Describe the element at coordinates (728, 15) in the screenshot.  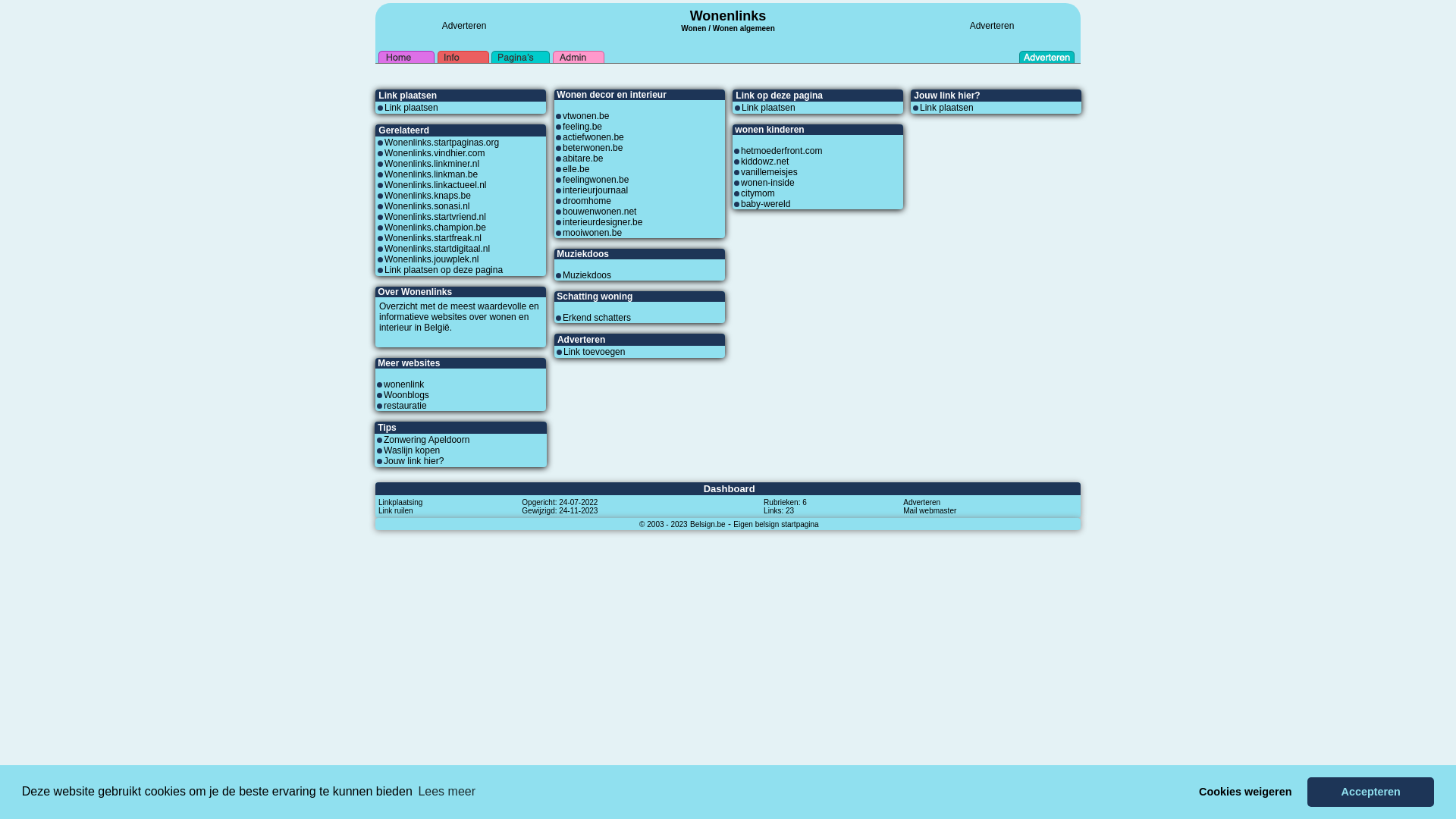
I see `'Wonenlinks'` at that location.